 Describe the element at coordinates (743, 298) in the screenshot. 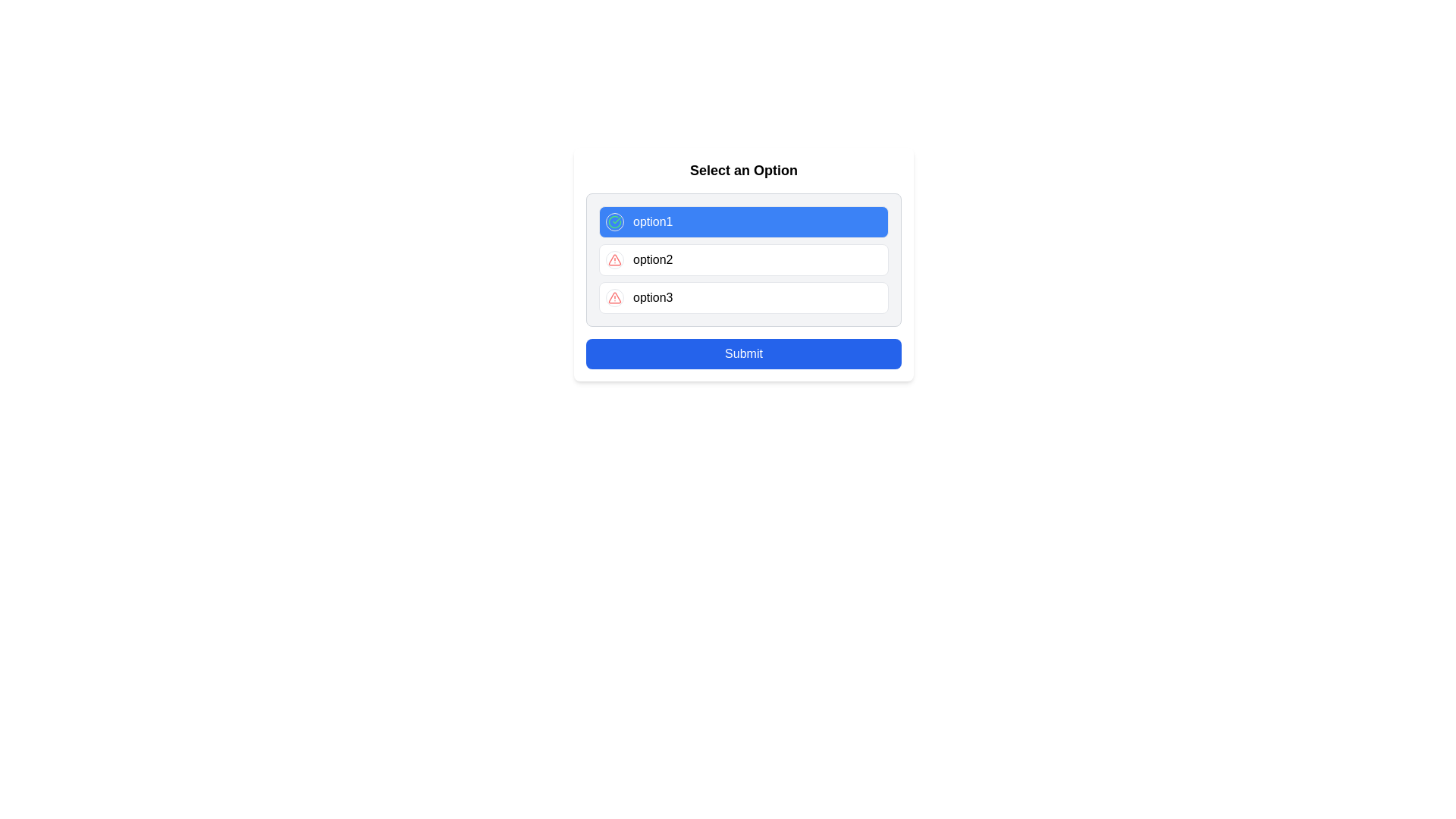

I see `the third selectable option box in the list of choices` at that location.